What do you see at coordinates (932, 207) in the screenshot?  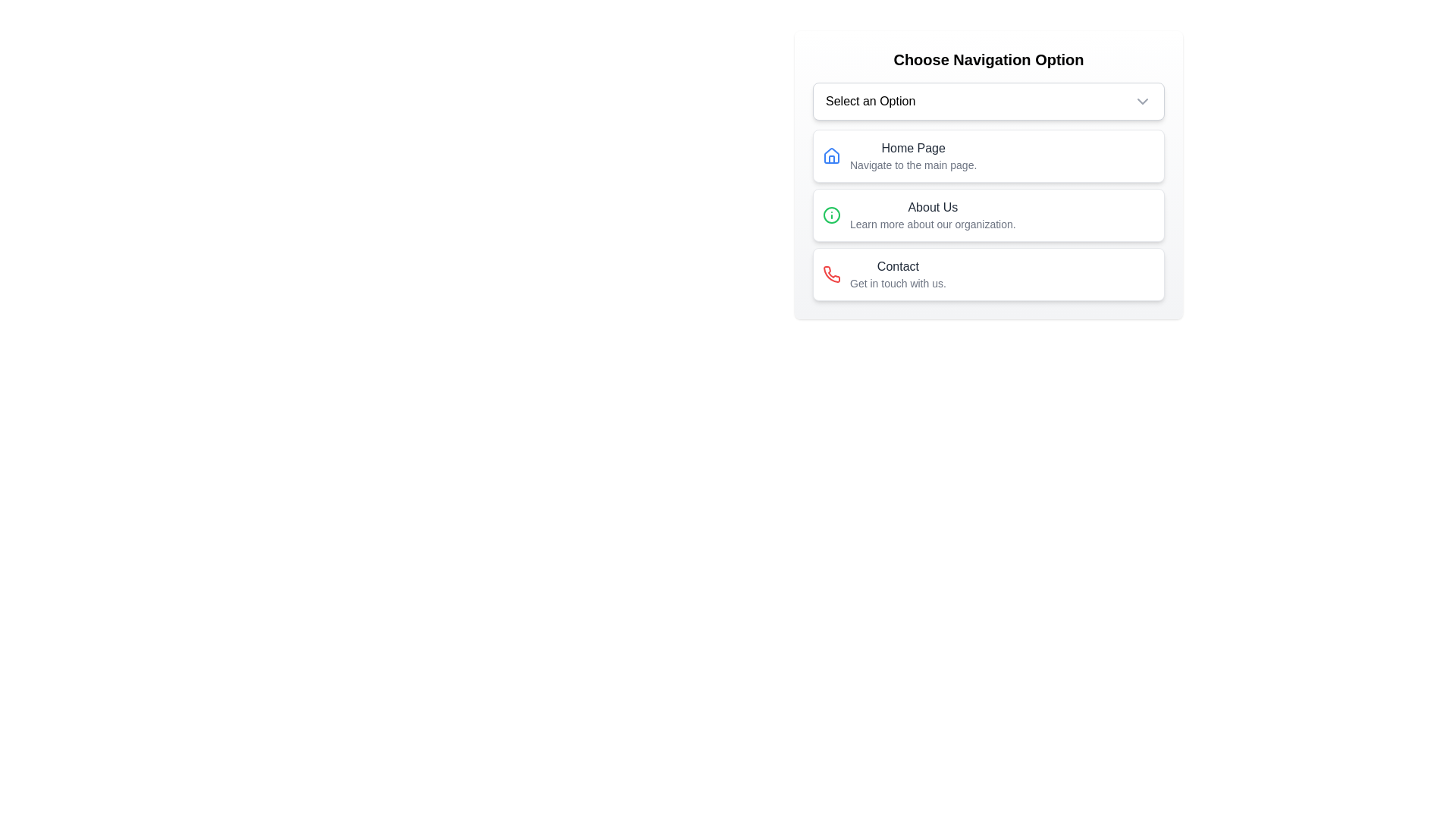 I see `the 'About Us' text label located in the navigation menu, which is styled with medium-weight font and dark gray color` at bounding box center [932, 207].